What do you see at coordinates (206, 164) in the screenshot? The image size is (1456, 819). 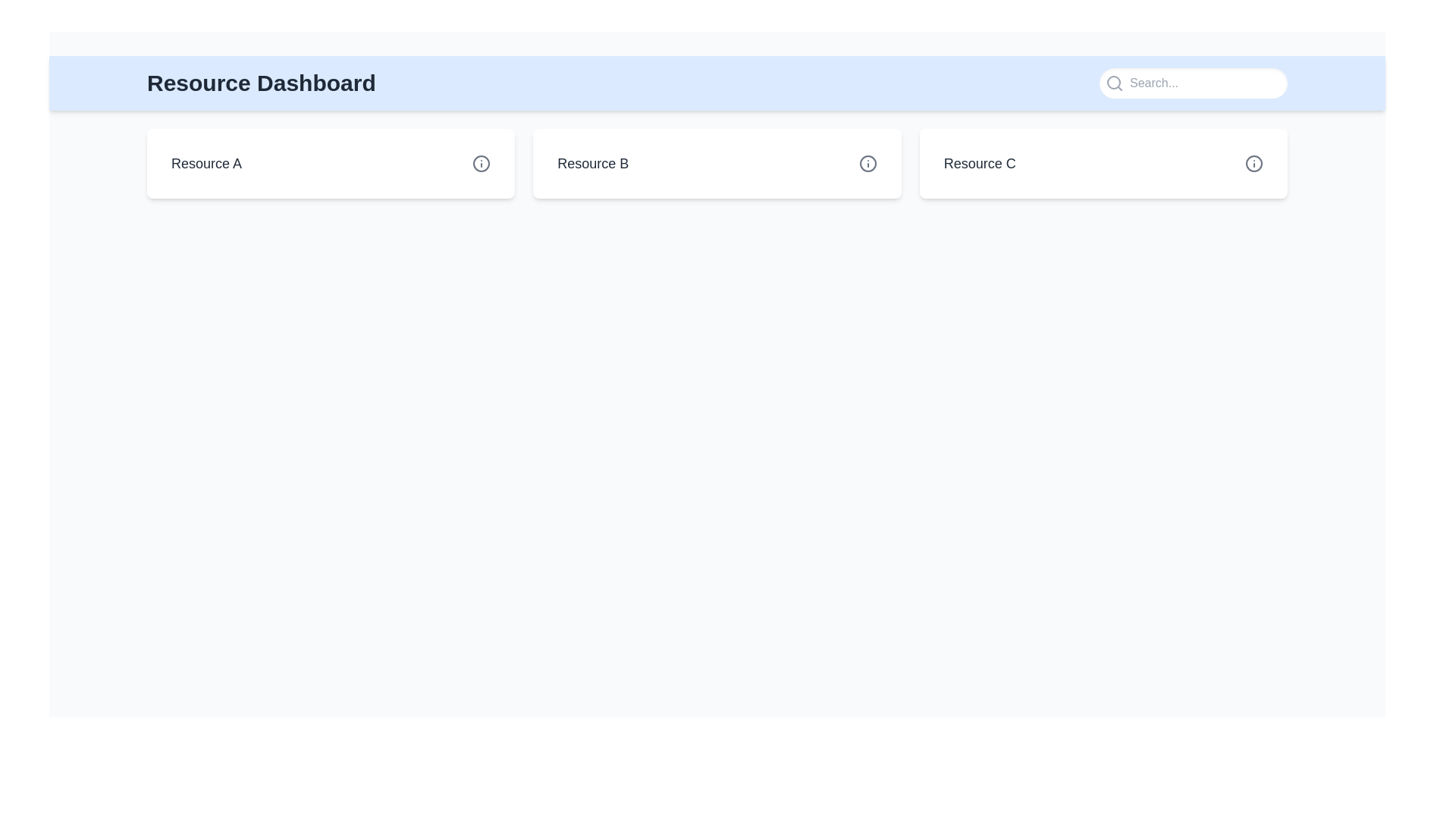 I see `the text label displaying 'Resource A', which is a bold, dark gray header located in the first card of the 'Resource Dashboard', to the left of the 'info' button` at bounding box center [206, 164].